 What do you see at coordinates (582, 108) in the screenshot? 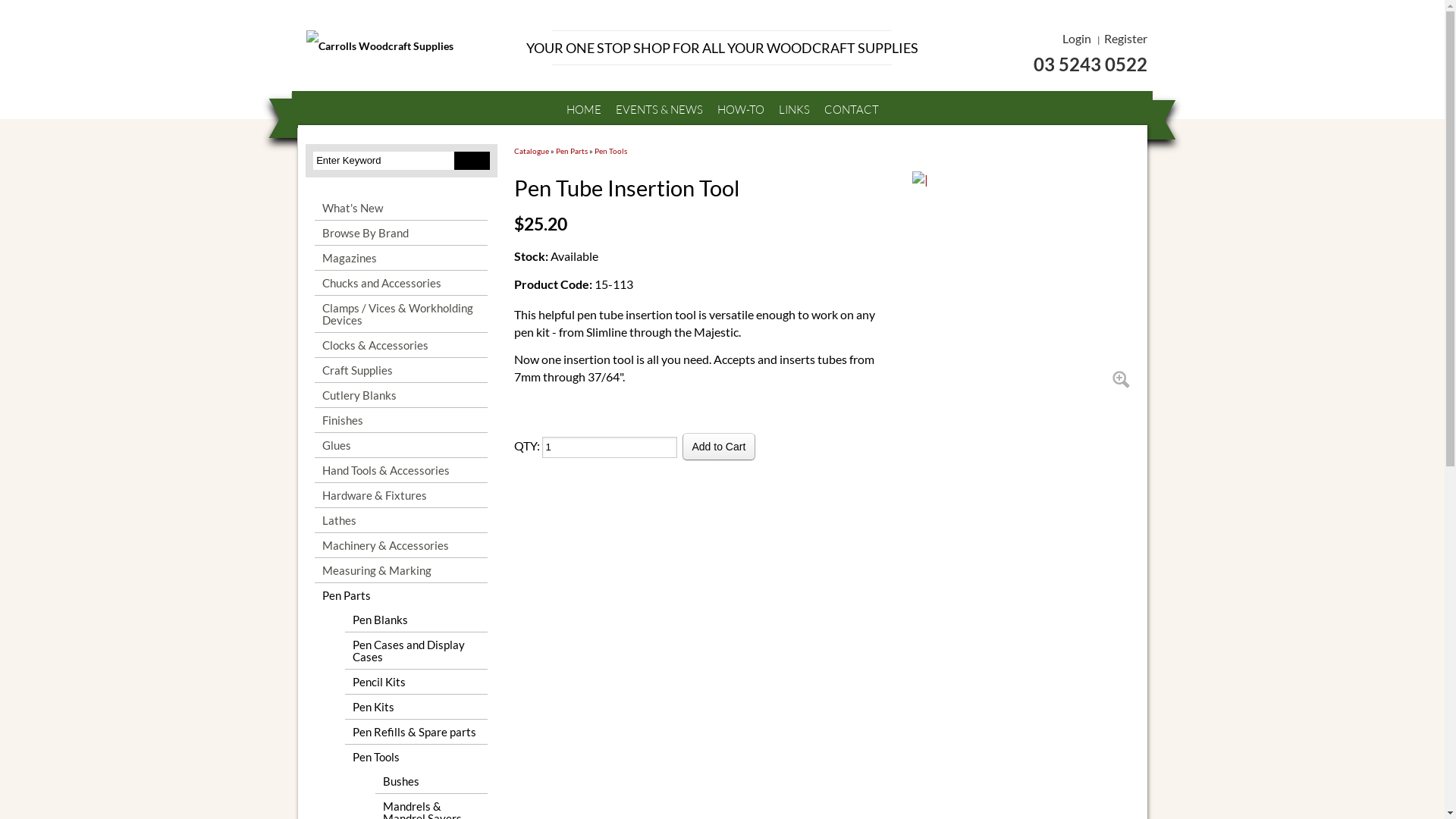
I see `'HOME'` at bounding box center [582, 108].